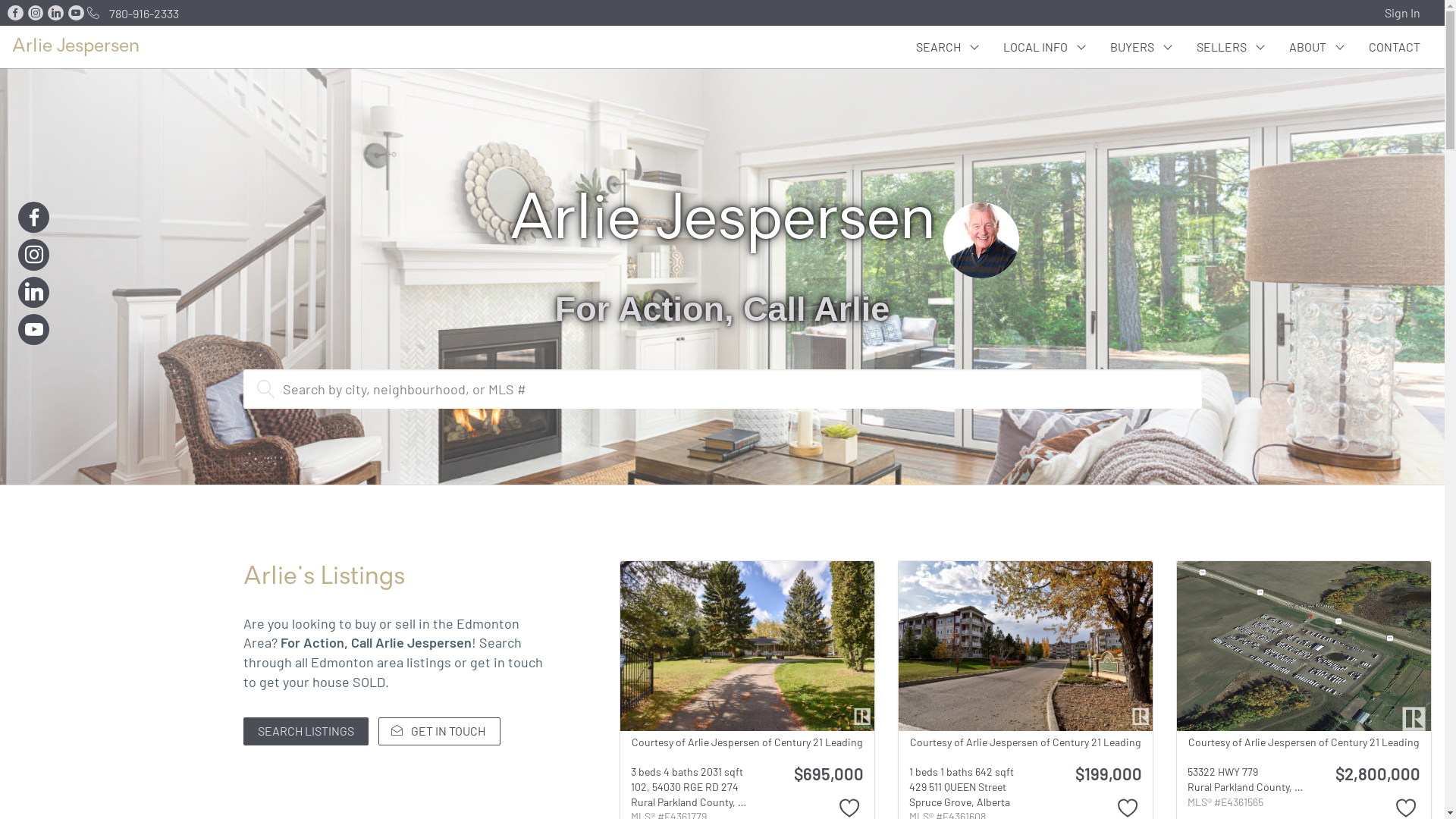  I want to click on 'GET IN TOUCH', so click(378, 730).